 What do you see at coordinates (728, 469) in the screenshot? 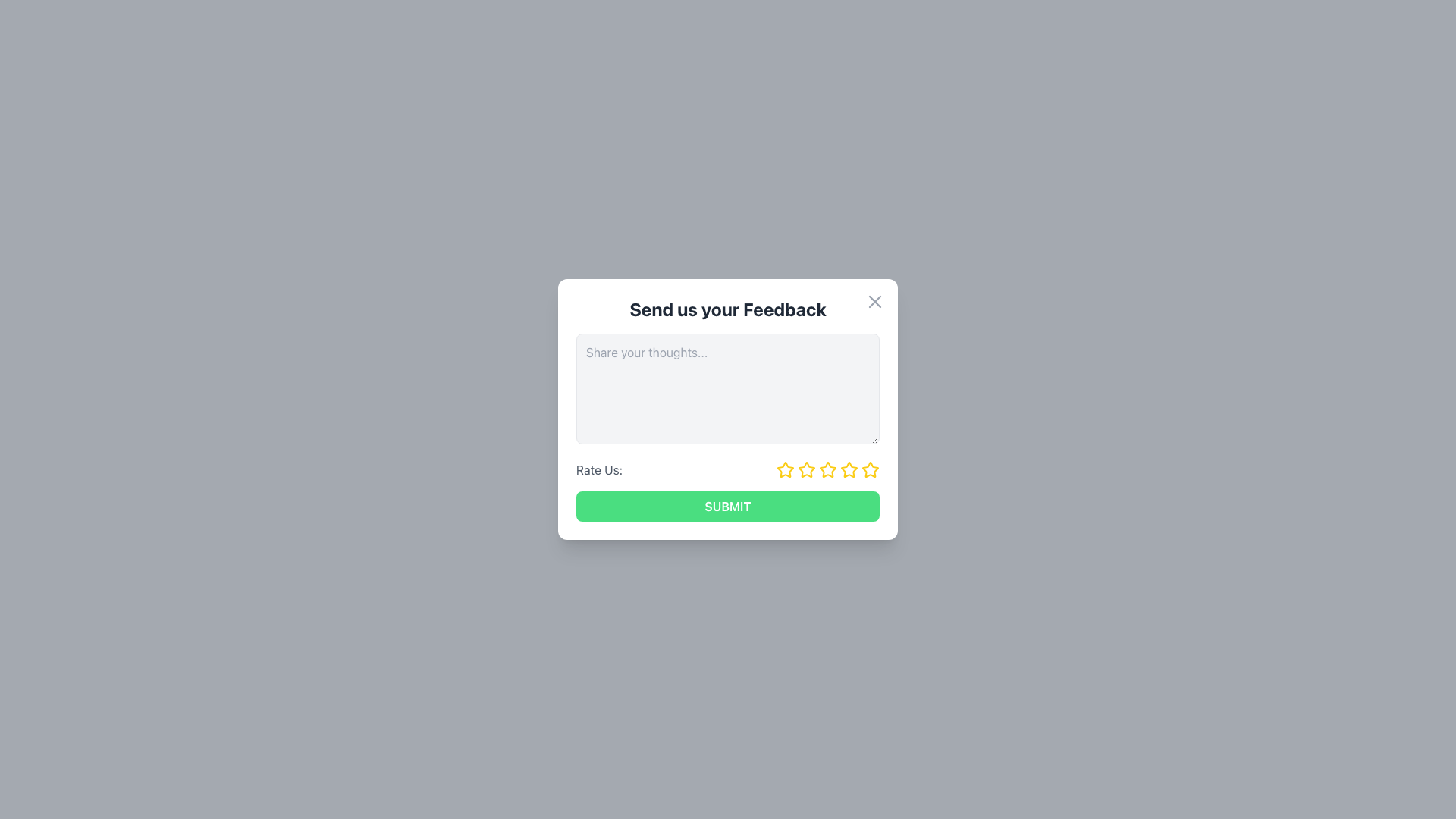
I see `one of the yellow star icons in the Rating component labeled 'Rate Us:'` at bounding box center [728, 469].